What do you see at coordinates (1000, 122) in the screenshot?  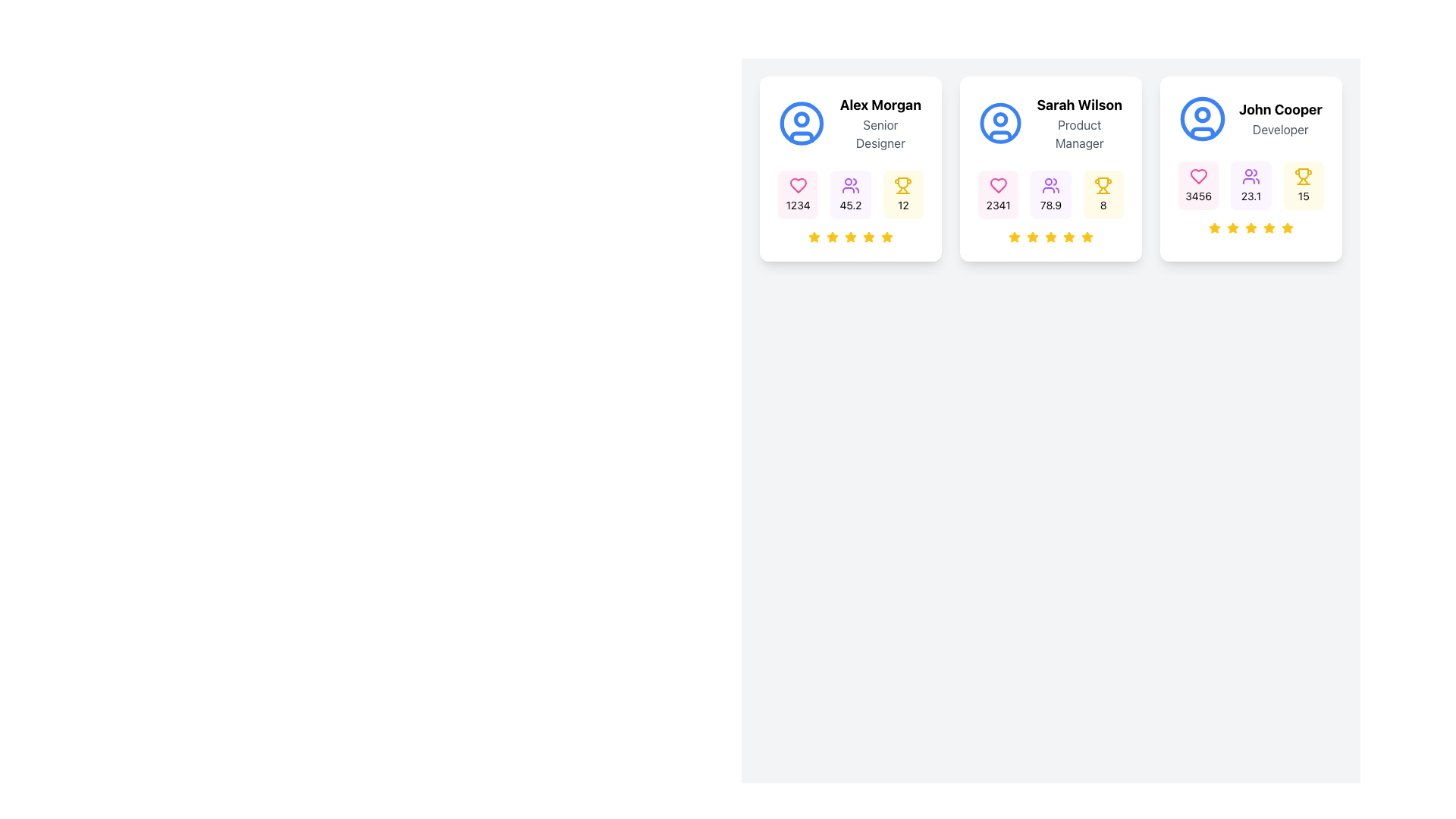 I see `the profile picture icon located at the top of Sarah Wilson's user card, which represents the user's avatar` at bounding box center [1000, 122].